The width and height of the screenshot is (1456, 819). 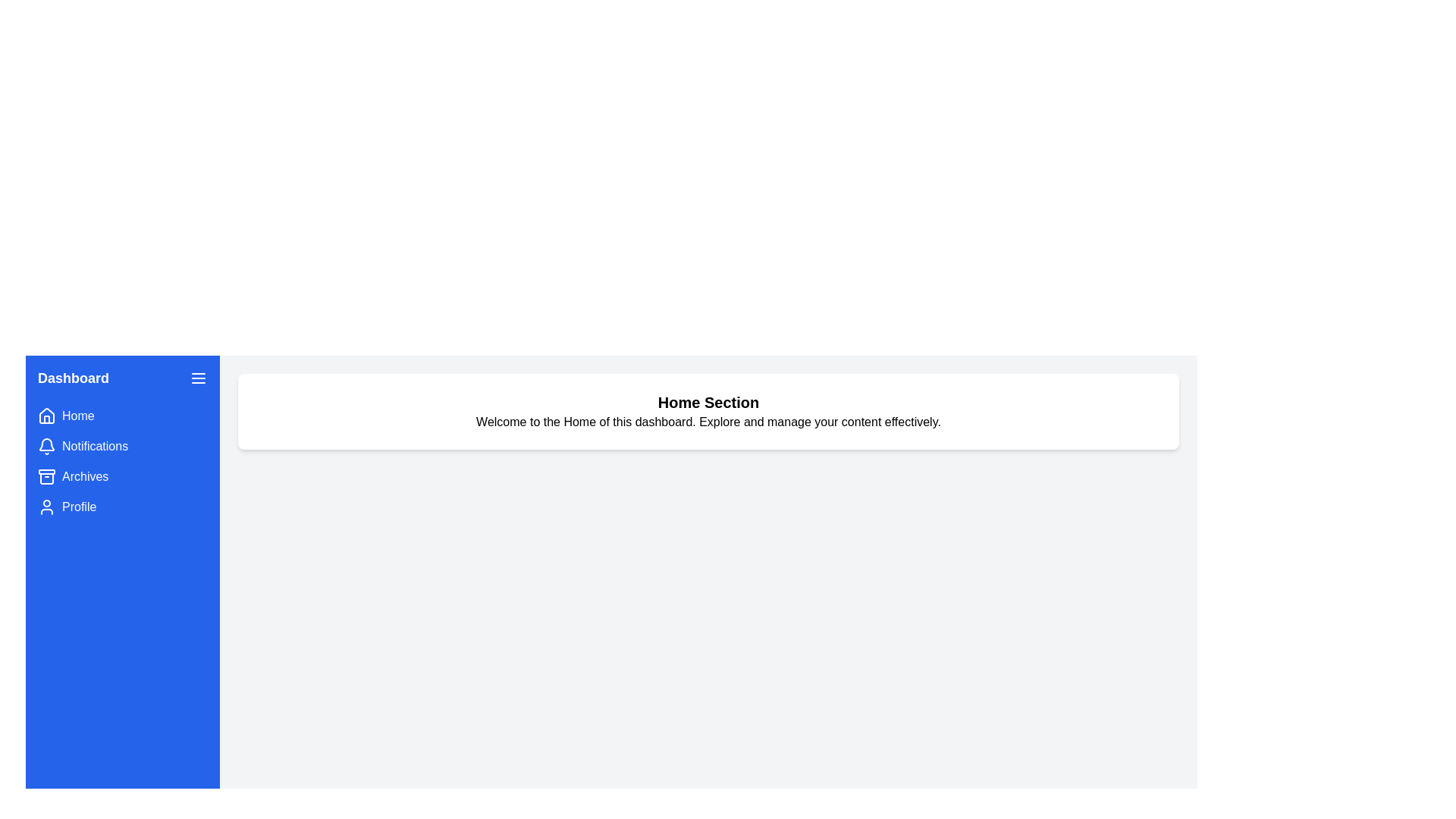 What do you see at coordinates (708, 422) in the screenshot?
I see `the static text content that provides an introductory message in the 'Home Section' of the dashboard` at bounding box center [708, 422].